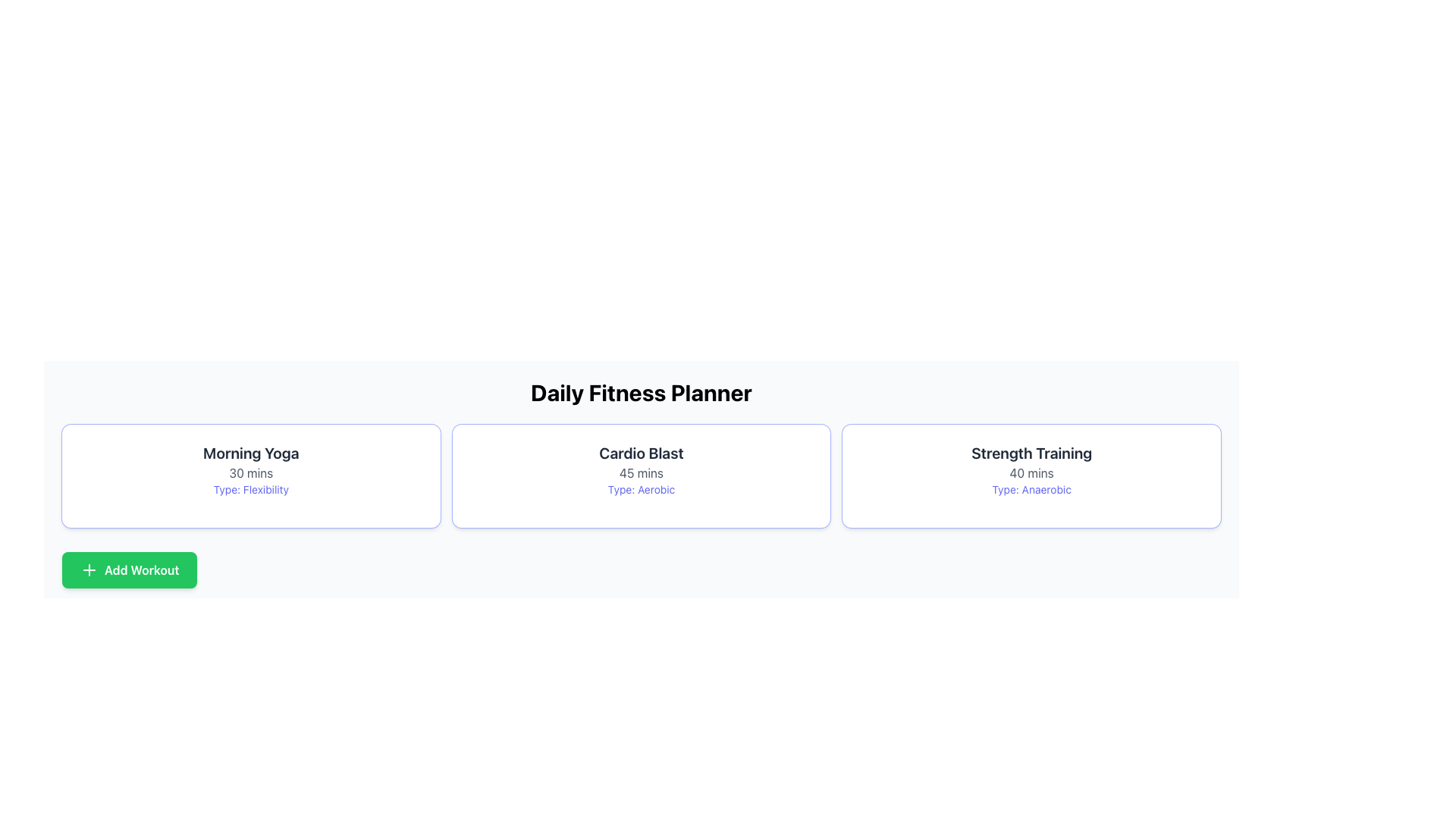  What do you see at coordinates (251, 452) in the screenshot?
I see `the title text element displaying 'Morning Yoga', which is located at the top-center of the first card in the schedule or planner interface` at bounding box center [251, 452].